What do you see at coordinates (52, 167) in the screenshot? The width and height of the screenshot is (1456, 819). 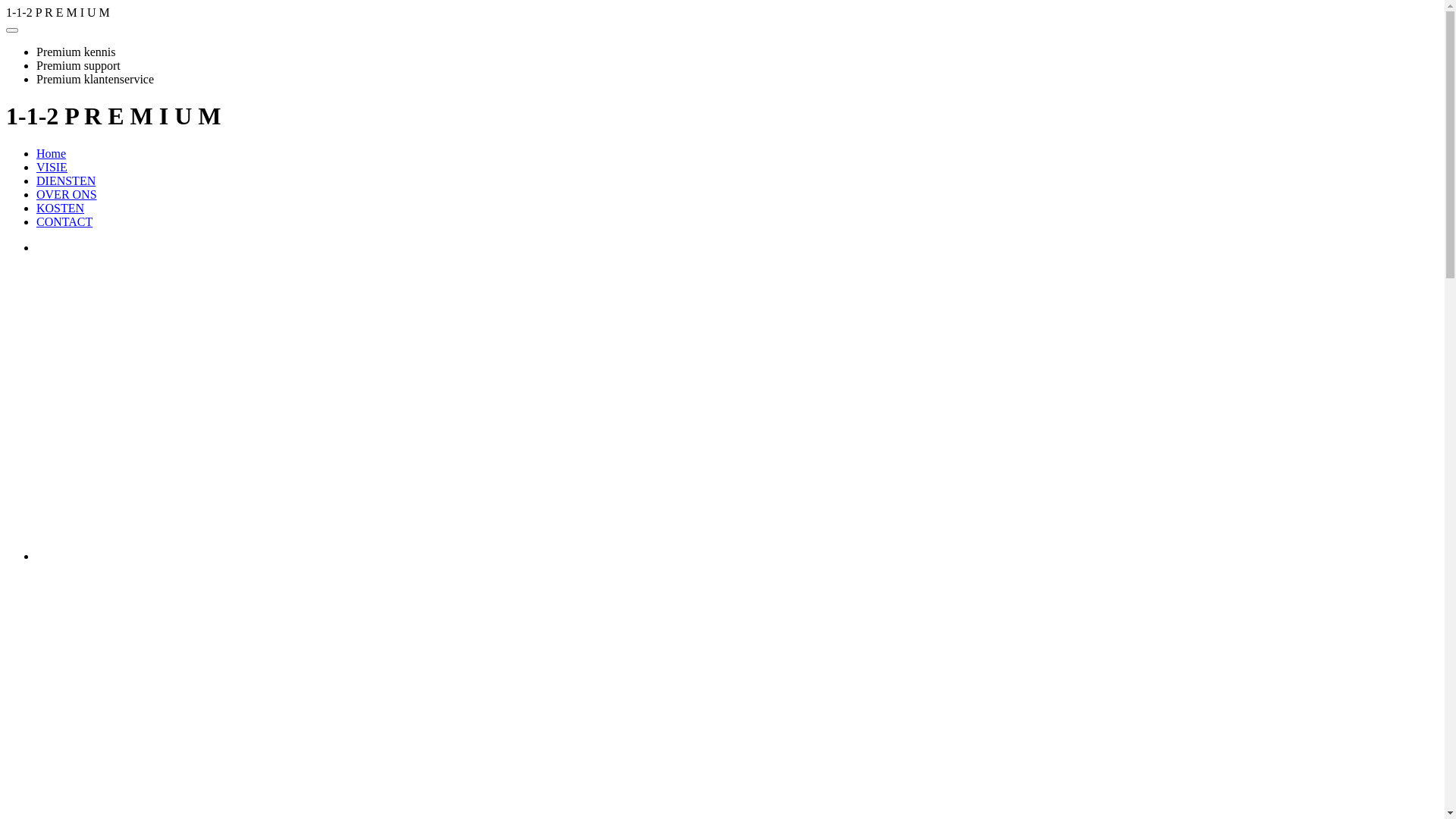 I see `'VISIE'` at bounding box center [52, 167].